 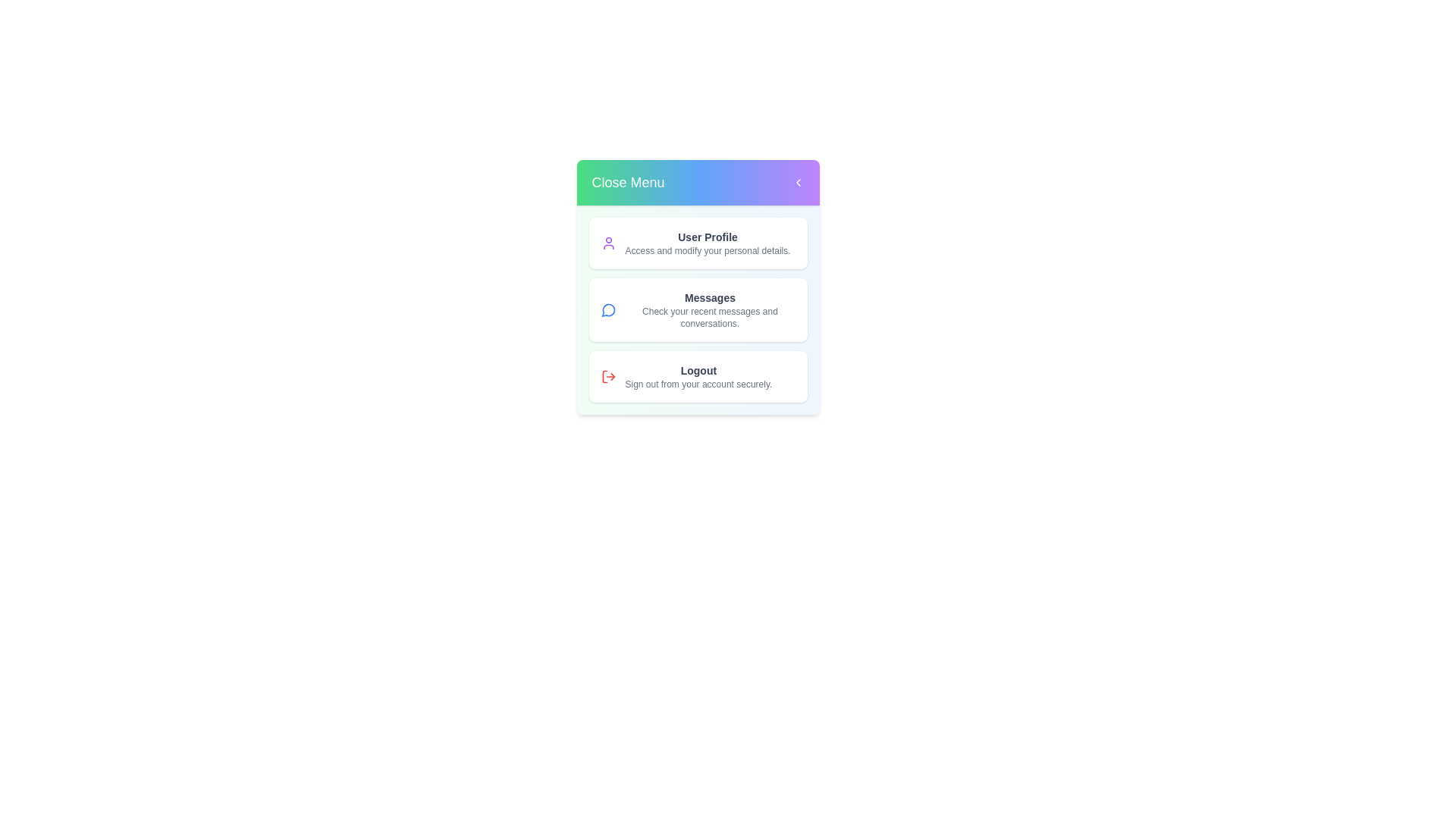 What do you see at coordinates (608, 242) in the screenshot?
I see `the User Profile icon in the ProfileMenu` at bounding box center [608, 242].